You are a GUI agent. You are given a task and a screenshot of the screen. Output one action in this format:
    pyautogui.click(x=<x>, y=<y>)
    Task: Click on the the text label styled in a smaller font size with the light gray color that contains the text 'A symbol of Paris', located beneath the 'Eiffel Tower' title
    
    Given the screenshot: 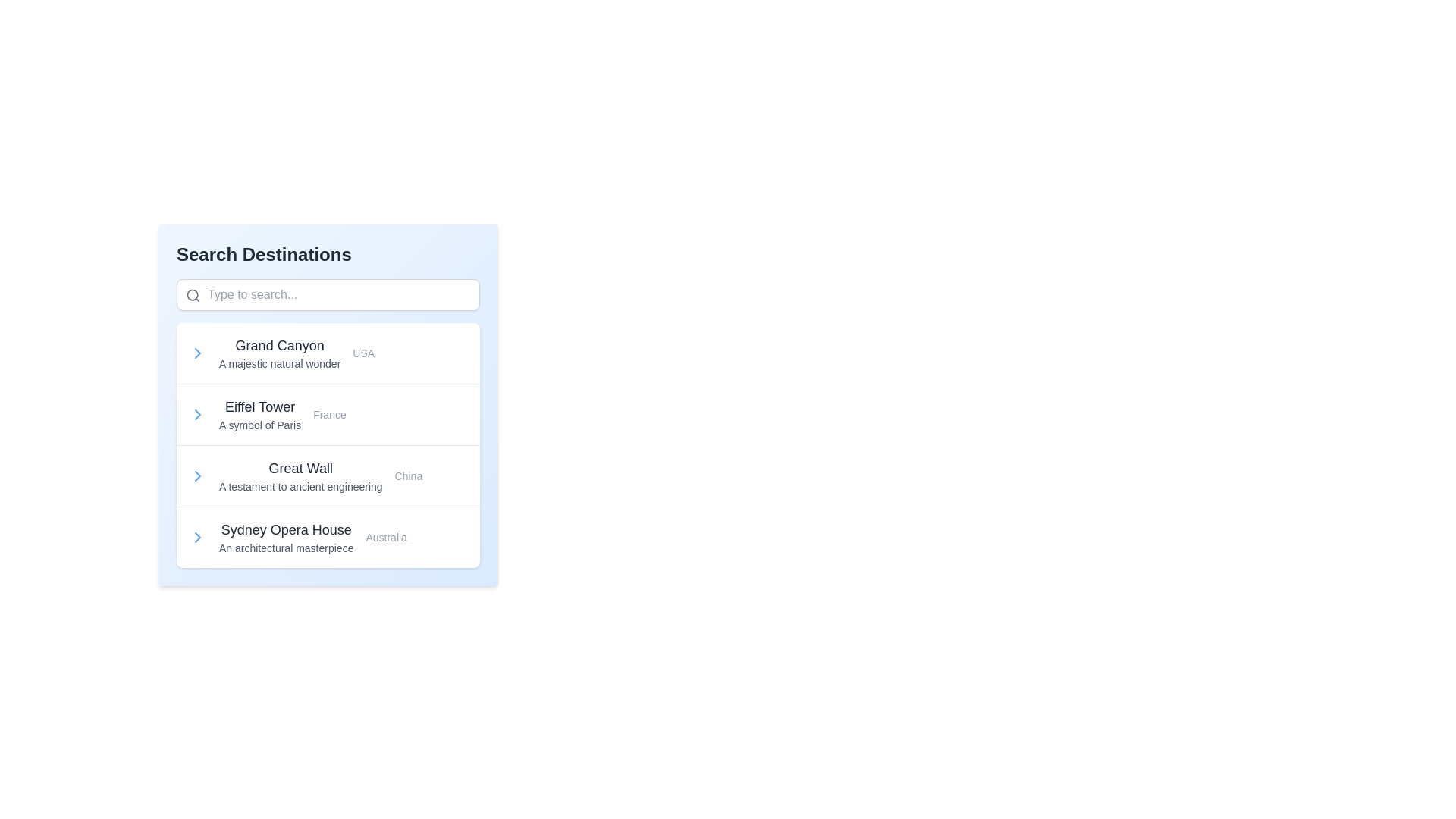 What is the action you would take?
    pyautogui.click(x=260, y=425)
    